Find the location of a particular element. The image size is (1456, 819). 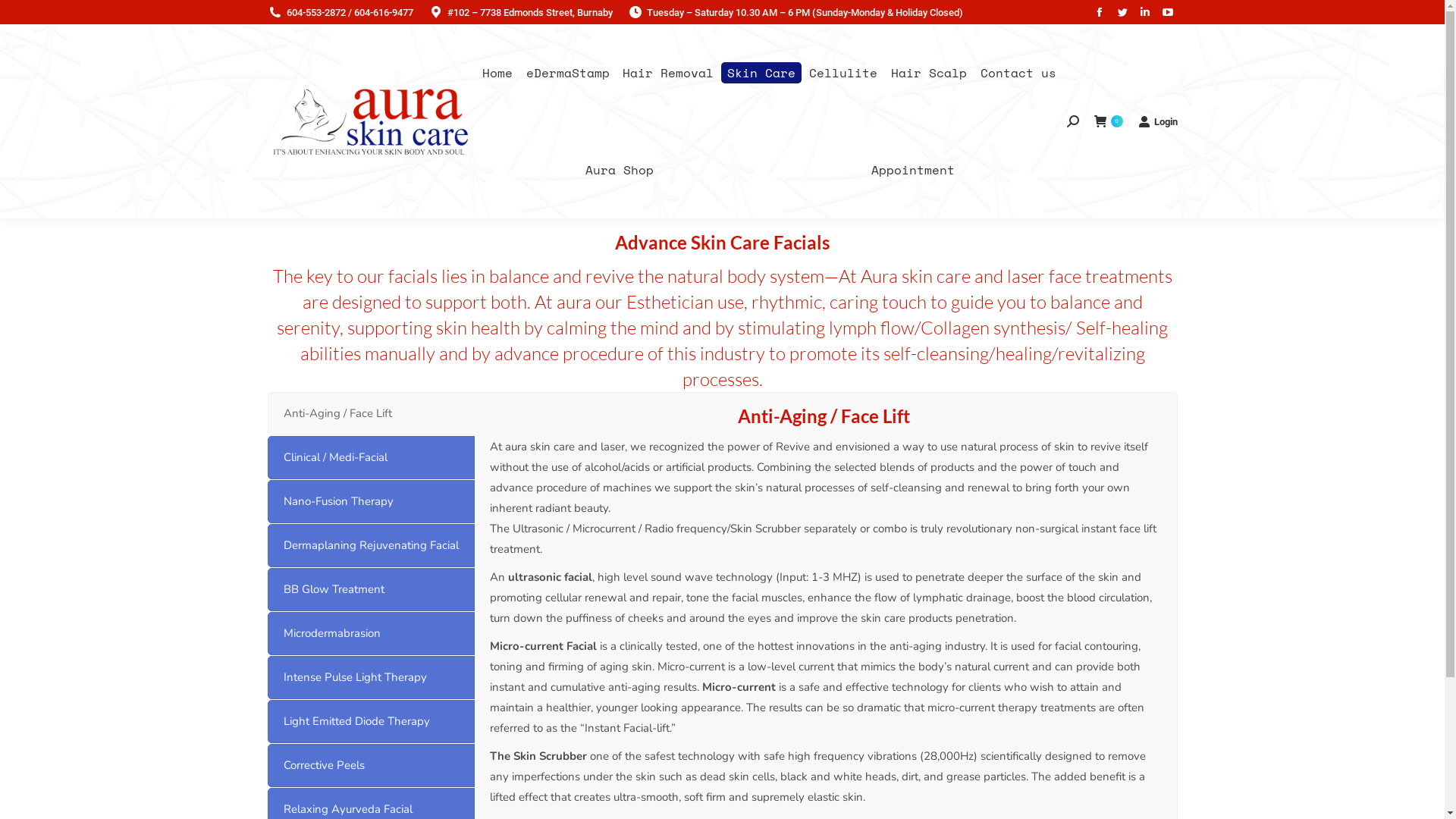

'Microdermabrasion' is located at coordinates (370, 633).